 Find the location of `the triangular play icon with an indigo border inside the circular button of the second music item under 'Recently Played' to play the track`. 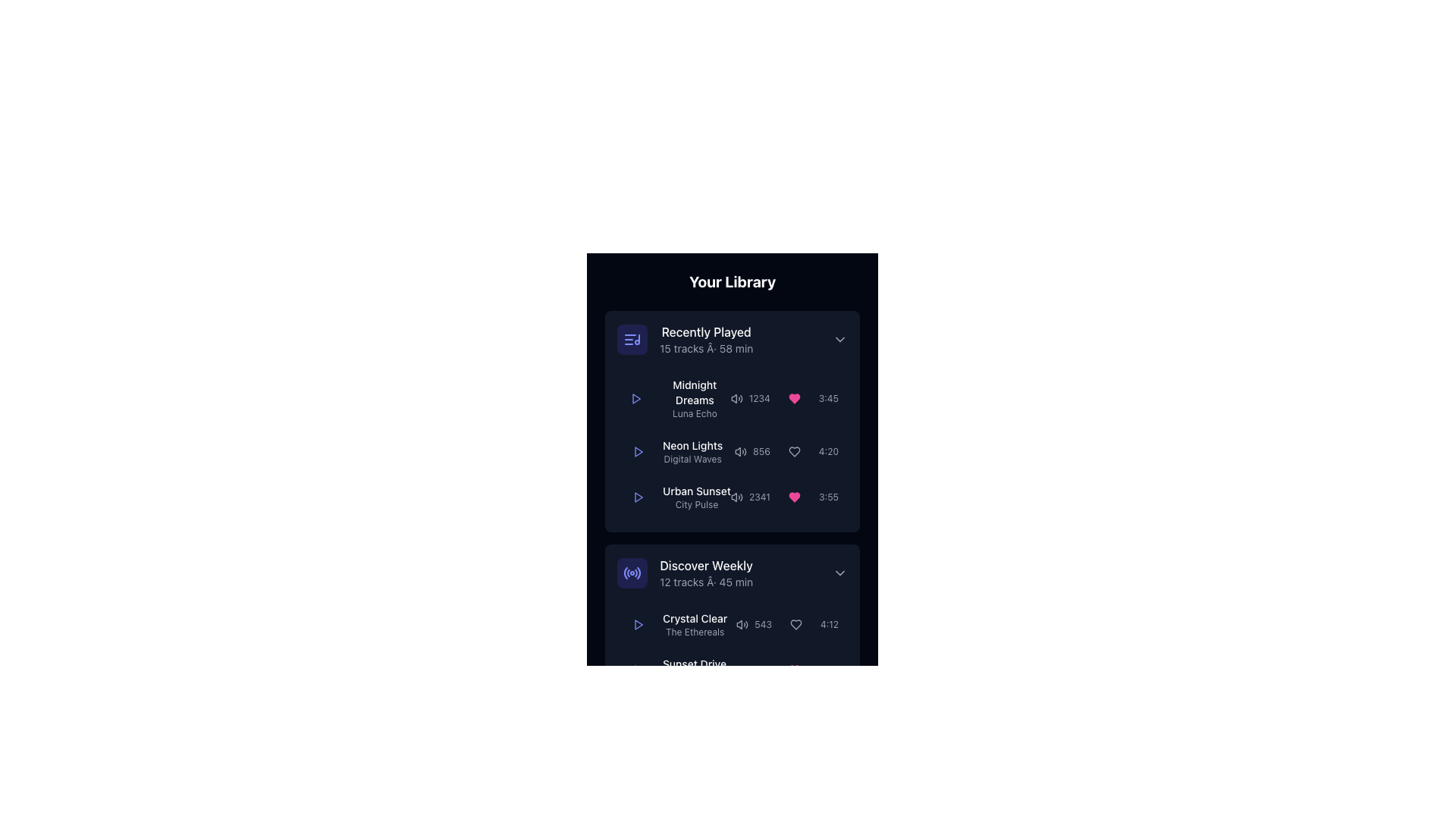

the triangular play icon with an indigo border inside the circular button of the second music item under 'Recently Played' to play the track is located at coordinates (638, 451).